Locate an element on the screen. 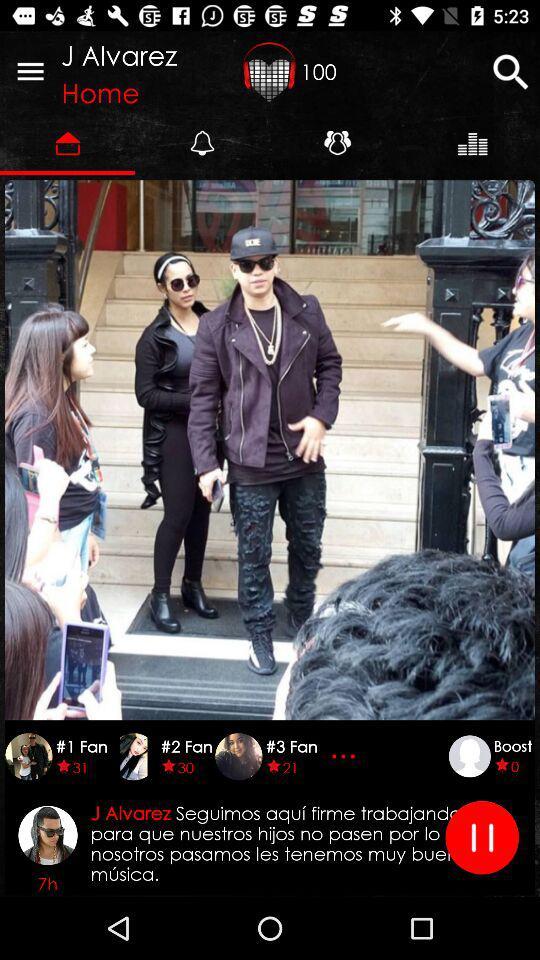 Image resolution: width=540 pixels, height=960 pixels. the icon next to 100 is located at coordinates (510, 71).